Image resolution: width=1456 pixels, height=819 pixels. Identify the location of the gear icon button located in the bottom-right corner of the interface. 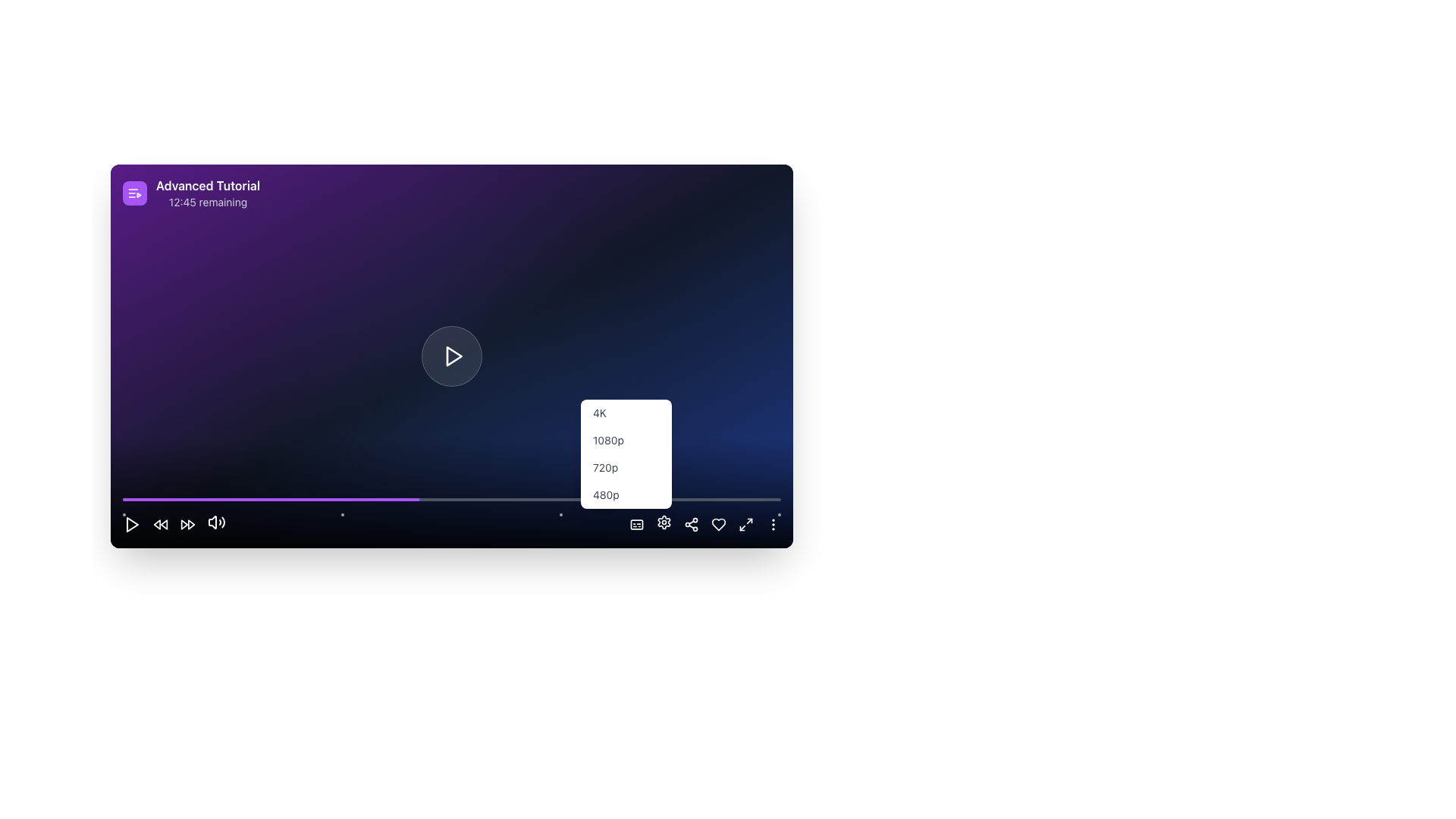
(664, 523).